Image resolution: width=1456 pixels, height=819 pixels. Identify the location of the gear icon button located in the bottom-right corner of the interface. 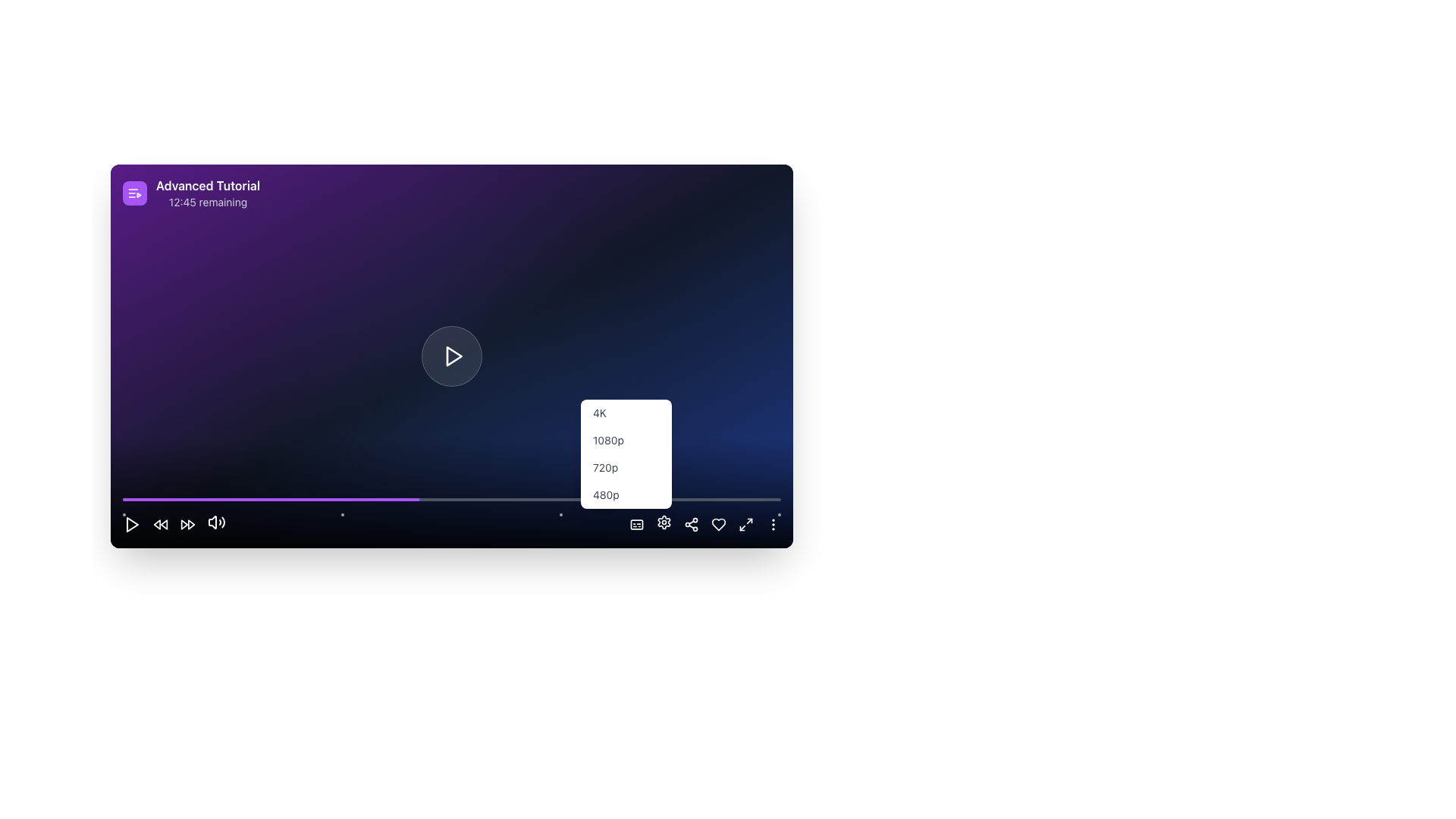
(664, 523).